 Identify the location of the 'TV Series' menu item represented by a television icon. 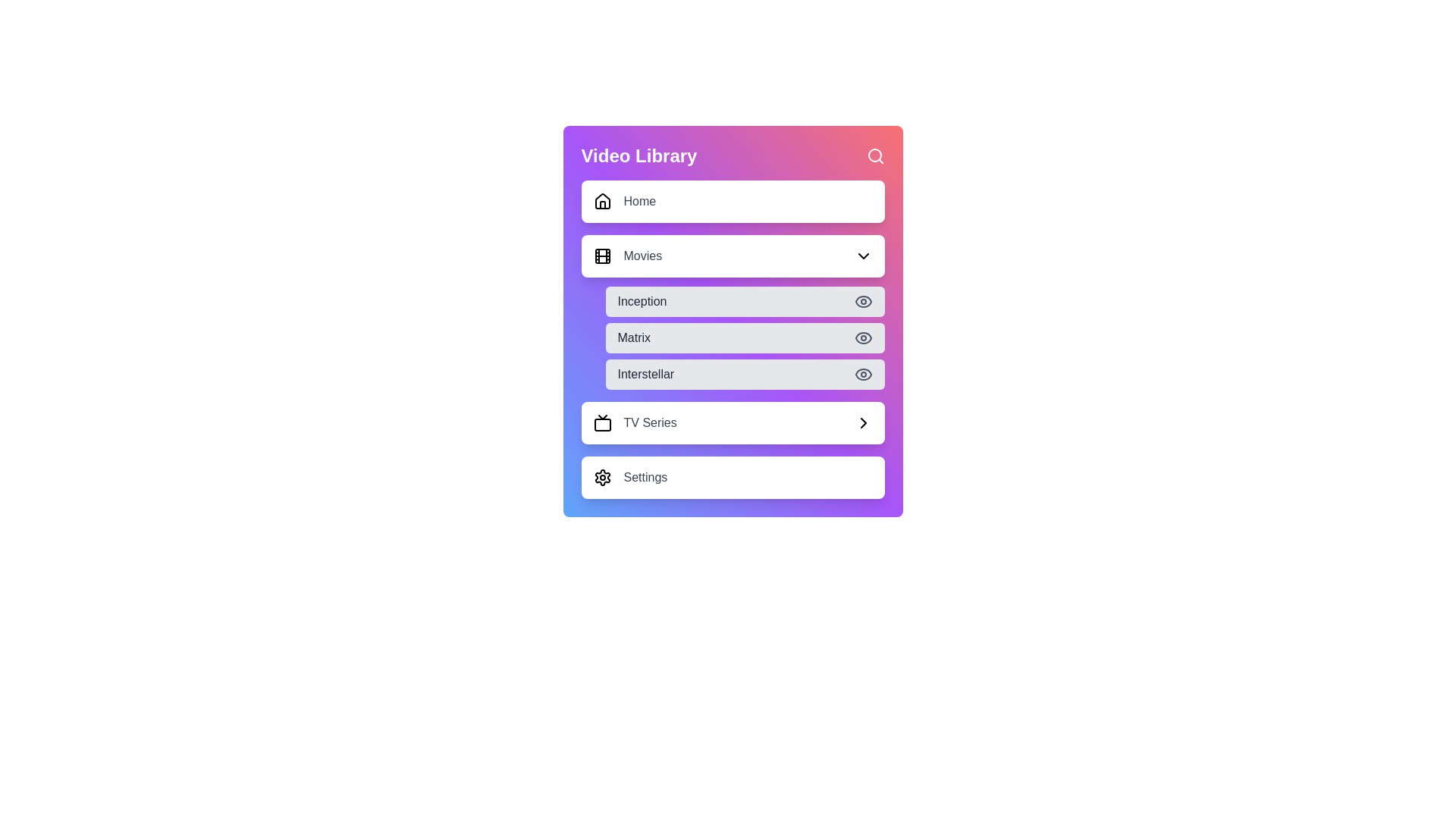
(601, 423).